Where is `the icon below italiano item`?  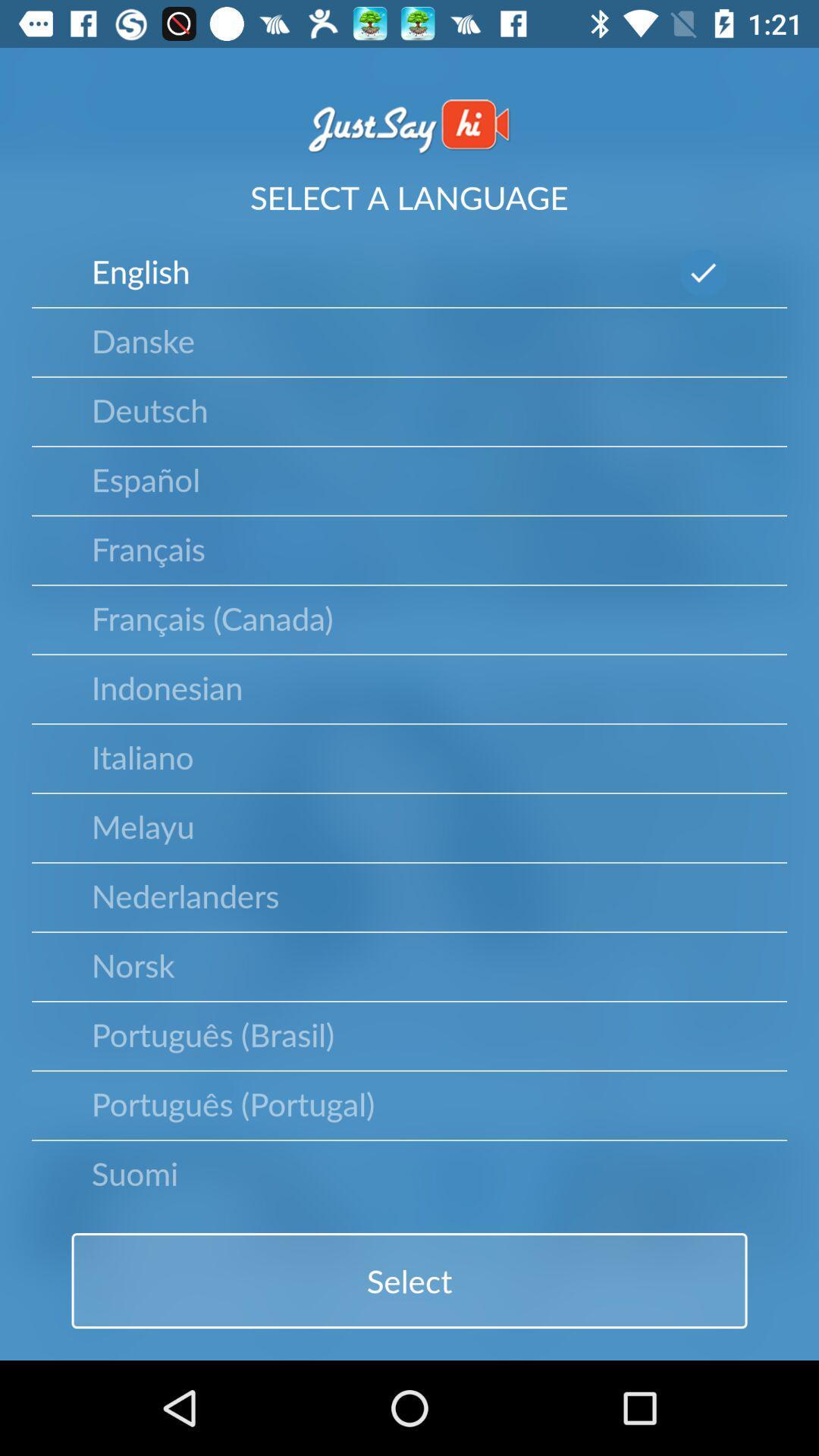 the icon below italiano item is located at coordinates (143, 825).